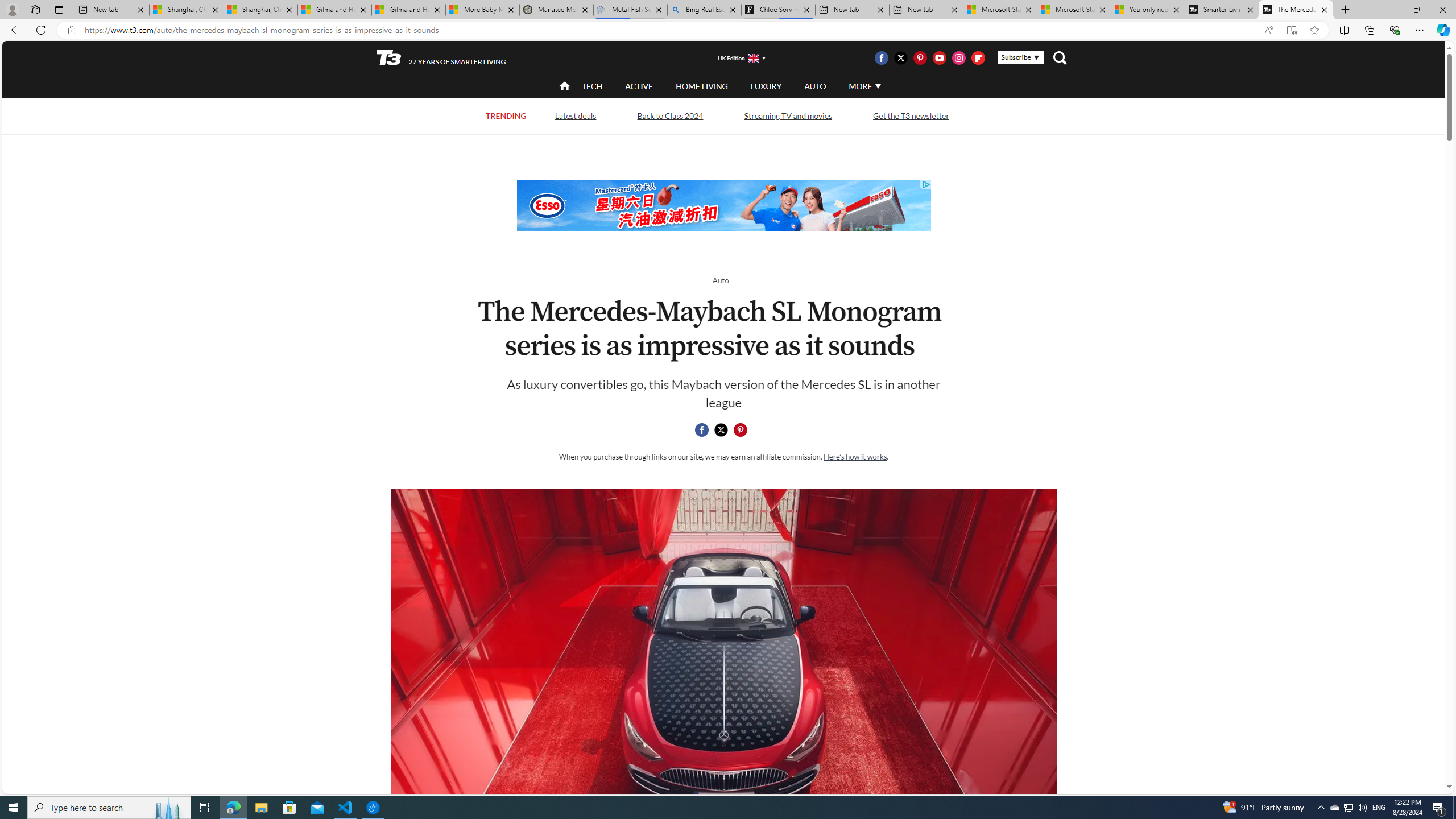 This screenshot has height=819, width=1456. What do you see at coordinates (389, 56) in the screenshot?
I see `'T3'` at bounding box center [389, 56].